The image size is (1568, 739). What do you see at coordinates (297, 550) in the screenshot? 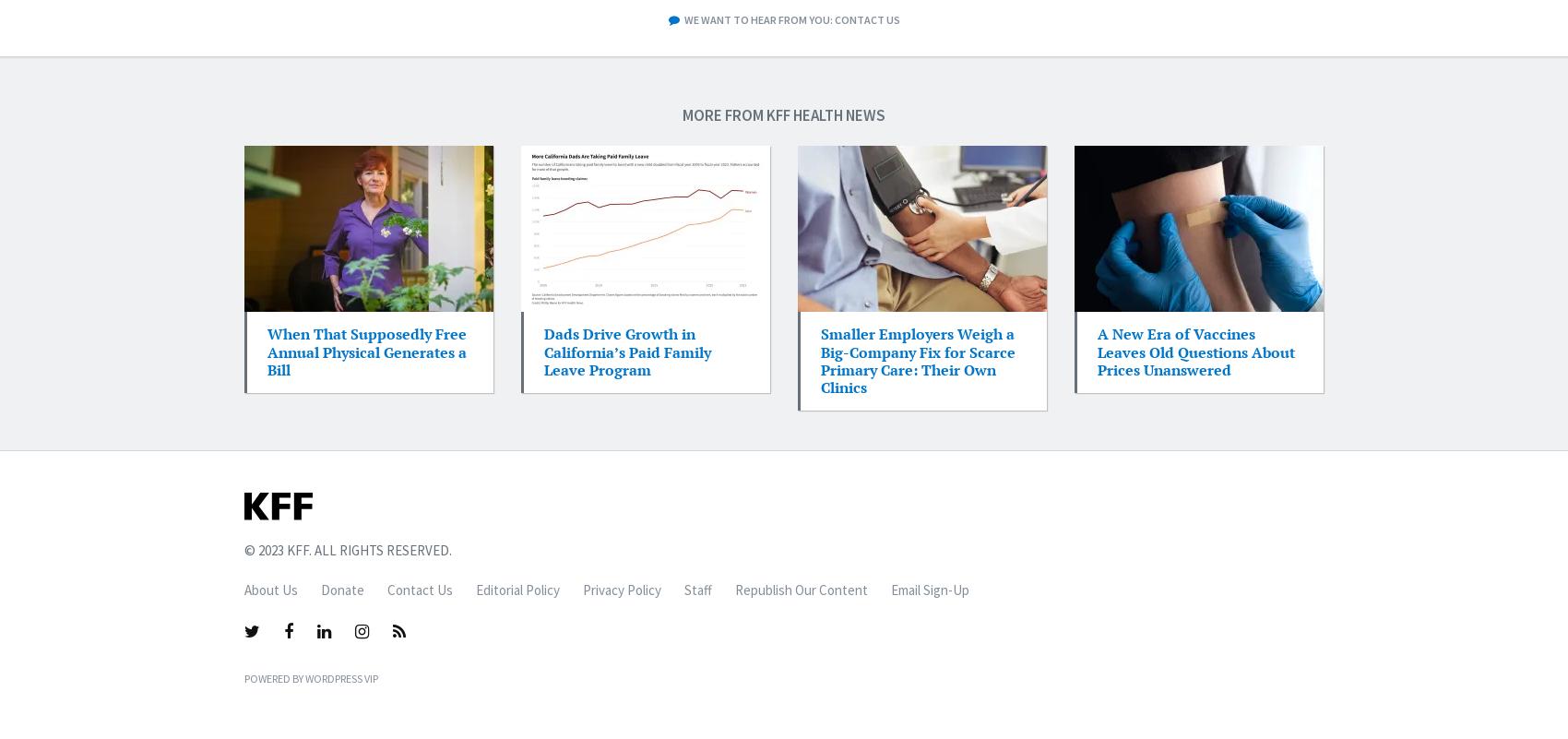
I see `'KFF'` at bounding box center [297, 550].